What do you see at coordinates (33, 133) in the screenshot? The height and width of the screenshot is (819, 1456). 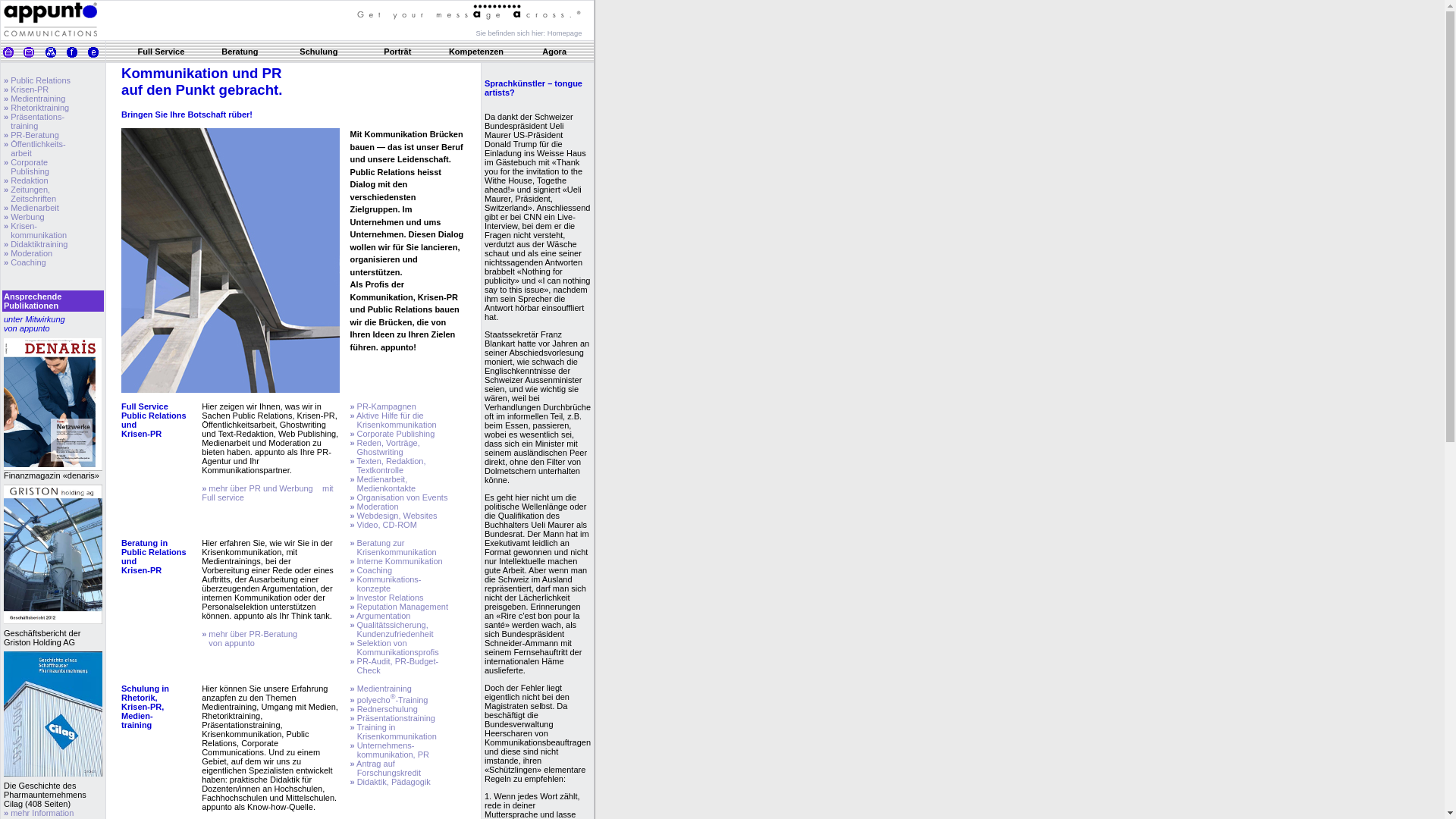 I see `' PR-Beratung'` at bounding box center [33, 133].